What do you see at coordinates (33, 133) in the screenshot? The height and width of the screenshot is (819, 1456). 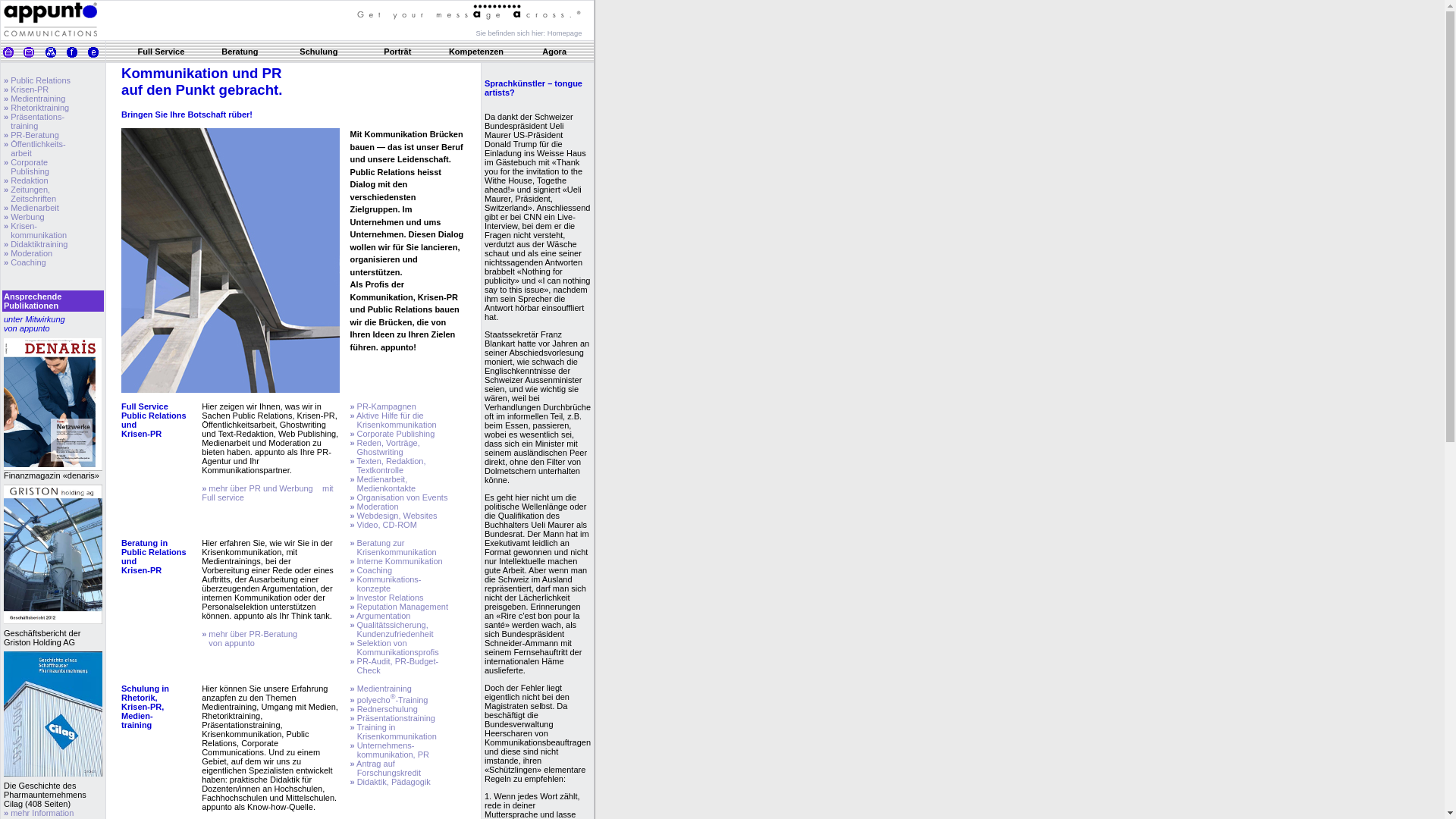 I see `' PR-Beratung'` at bounding box center [33, 133].